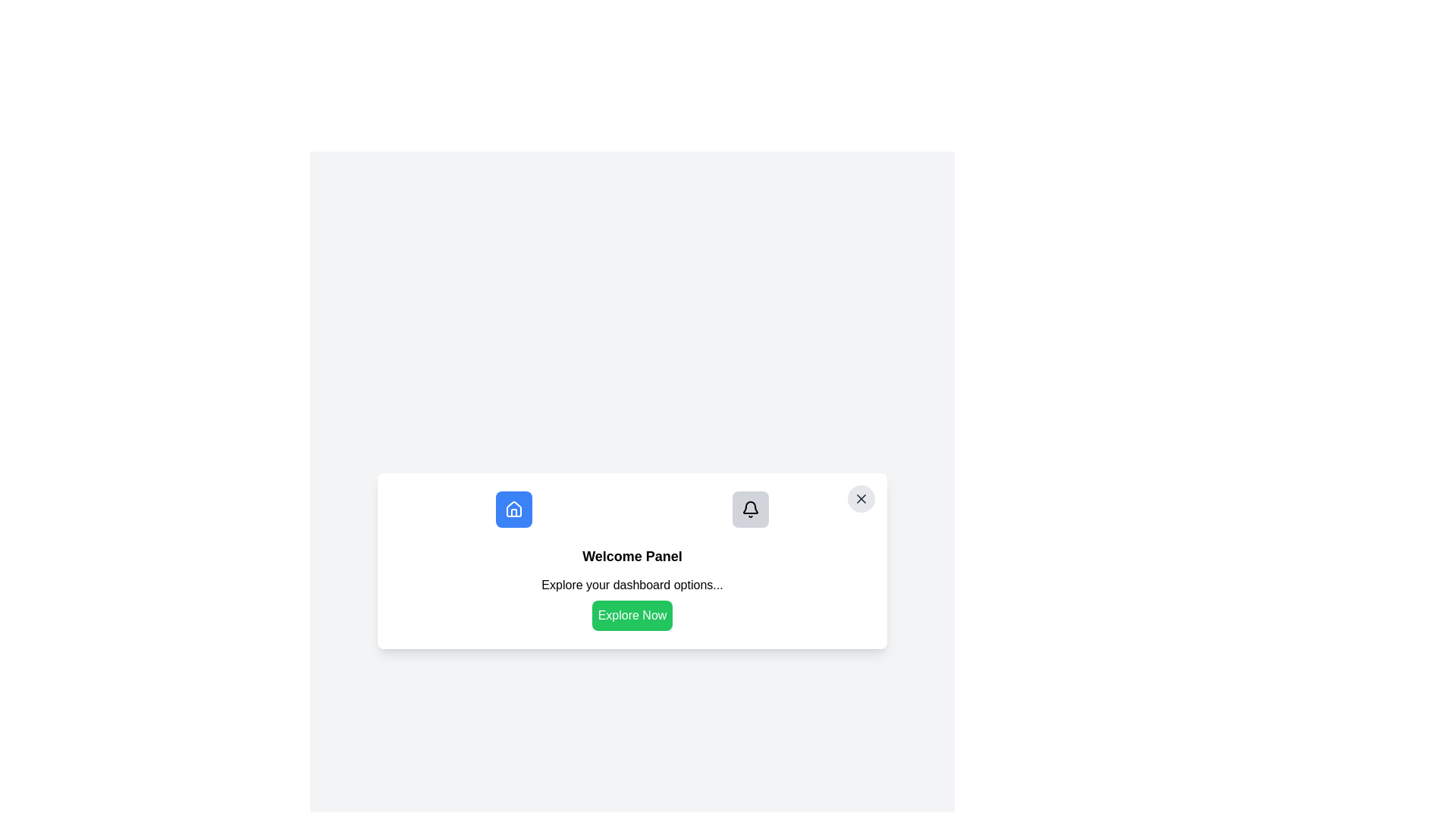  What do you see at coordinates (632, 616) in the screenshot?
I see `the green rectangular button with rounded corners labeled 'Explore Now'` at bounding box center [632, 616].